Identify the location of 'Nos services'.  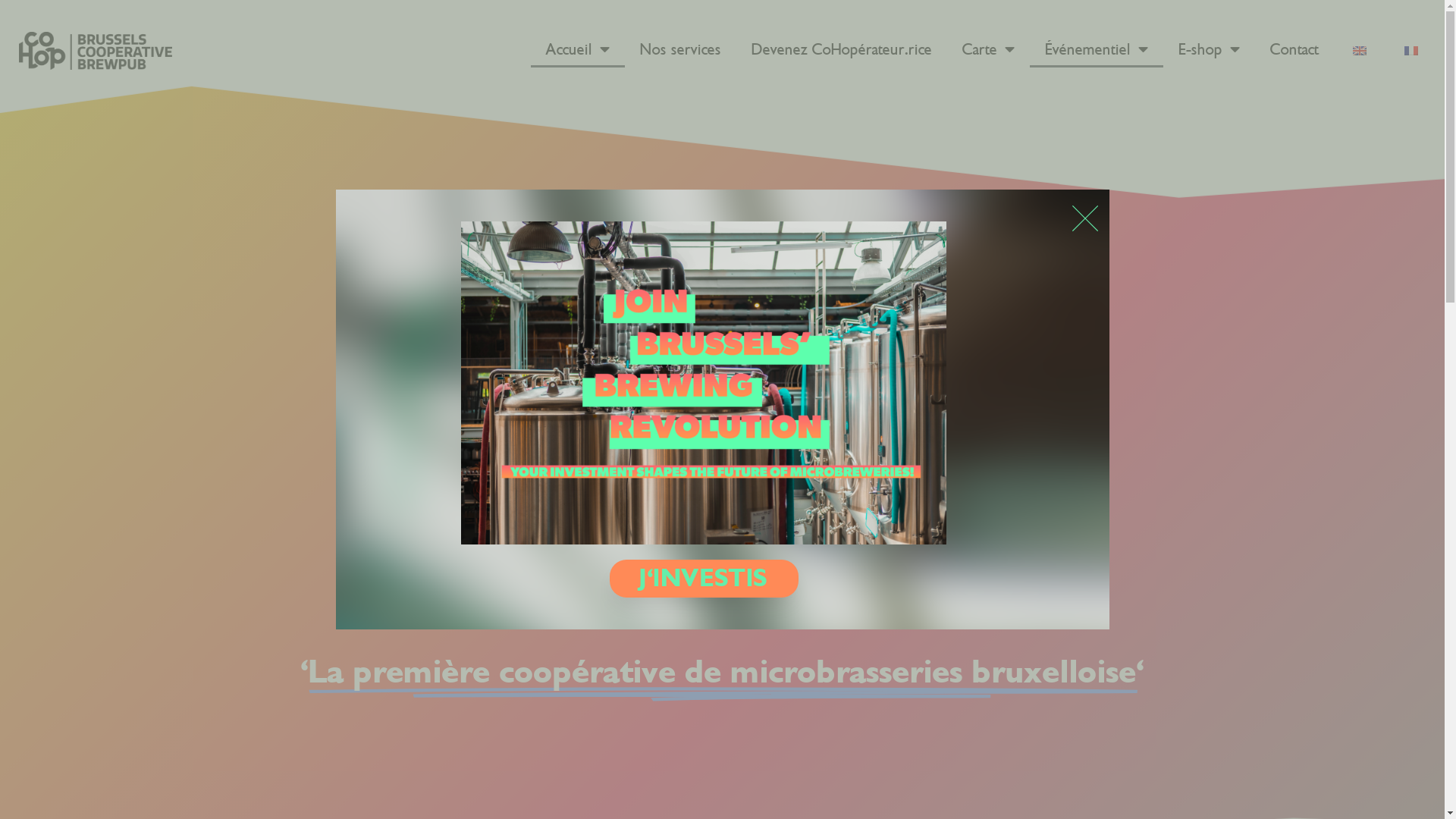
(679, 49).